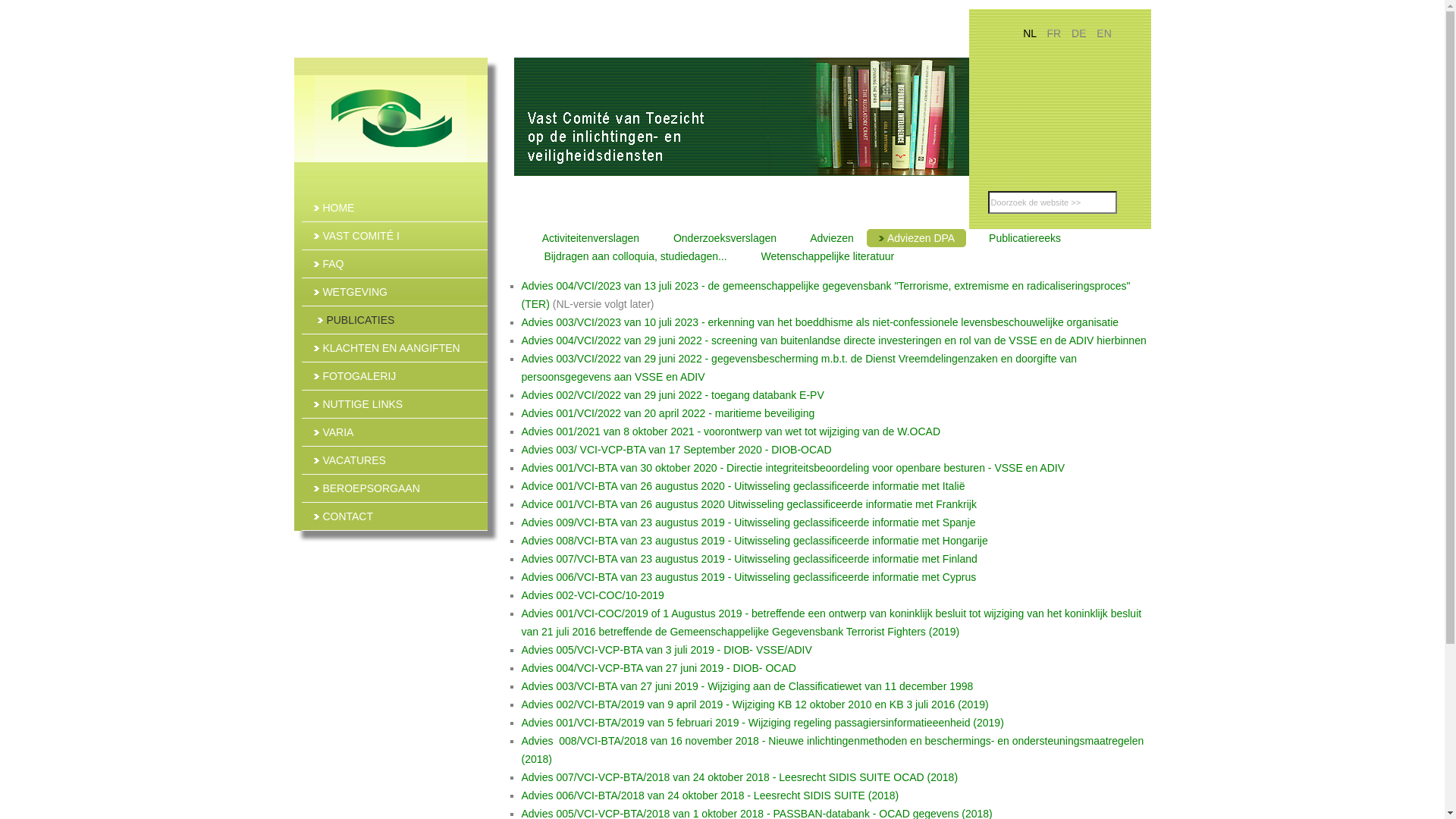 This screenshot has height=819, width=1456. What do you see at coordinates (915, 237) in the screenshot?
I see `'Adviezen DPA'` at bounding box center [915, 237].